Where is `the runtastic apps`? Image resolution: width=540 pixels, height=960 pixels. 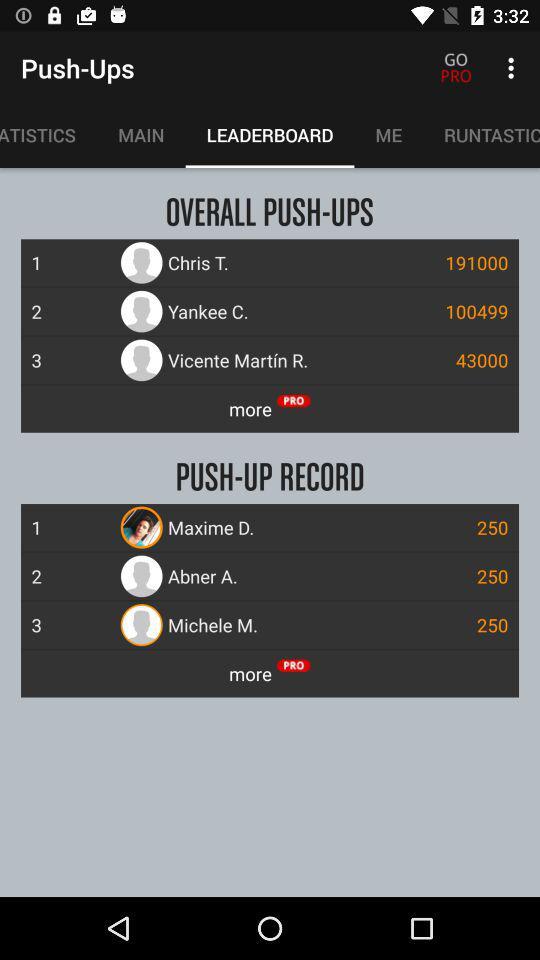 the runtastic apps is located at coordinates (480, 134).